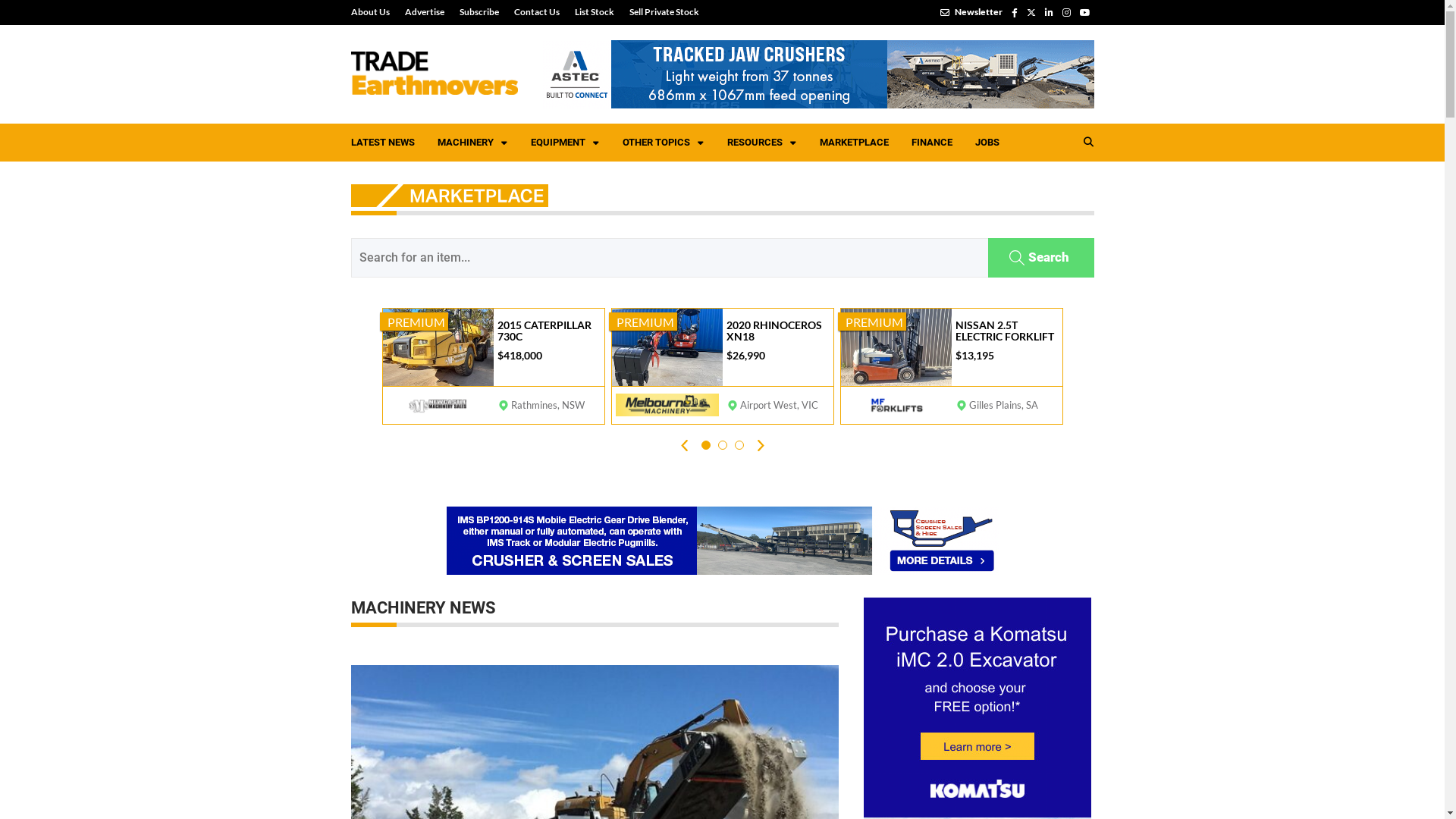 The height and width of the screenshot is (819, 1456). Describe the element at coordinates (566, 11) in the screenshot. I see `'List Stock'` at that location.